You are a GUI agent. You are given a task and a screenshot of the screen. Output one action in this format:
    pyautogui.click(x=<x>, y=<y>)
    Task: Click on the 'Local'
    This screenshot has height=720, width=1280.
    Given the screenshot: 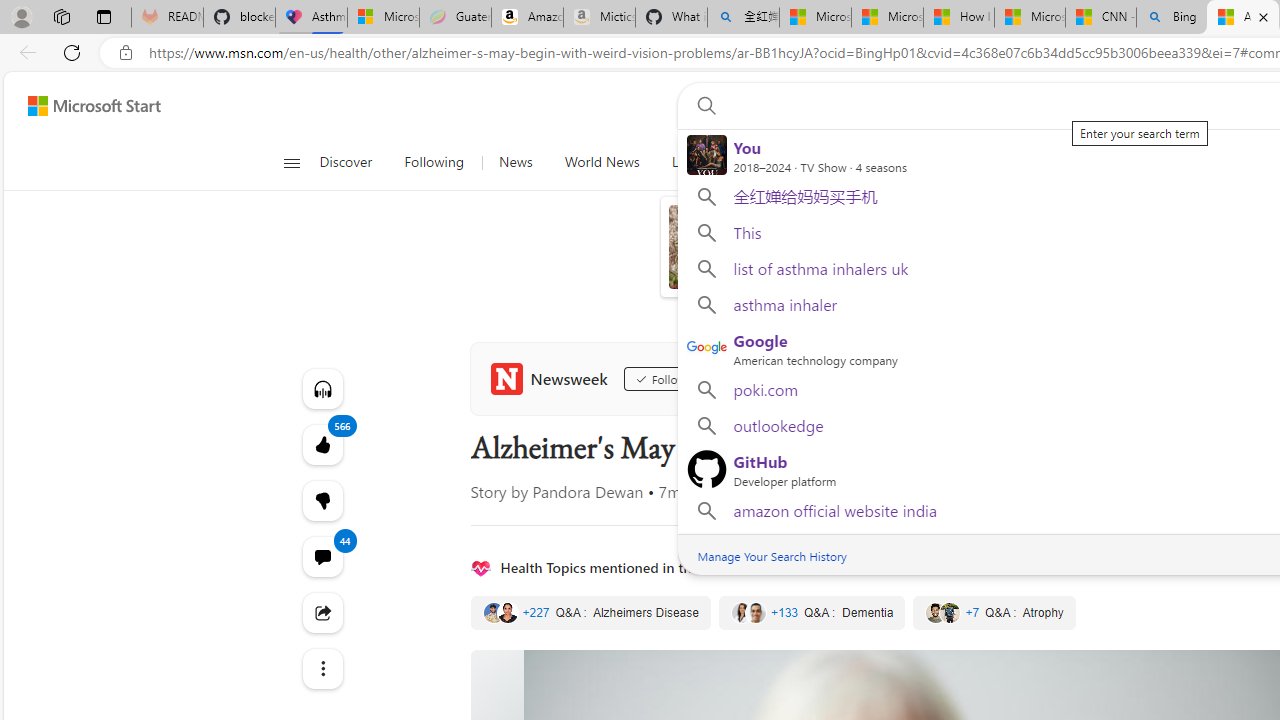 What is the action you would take?
    pyautogui.click(x=687, y=162)
    